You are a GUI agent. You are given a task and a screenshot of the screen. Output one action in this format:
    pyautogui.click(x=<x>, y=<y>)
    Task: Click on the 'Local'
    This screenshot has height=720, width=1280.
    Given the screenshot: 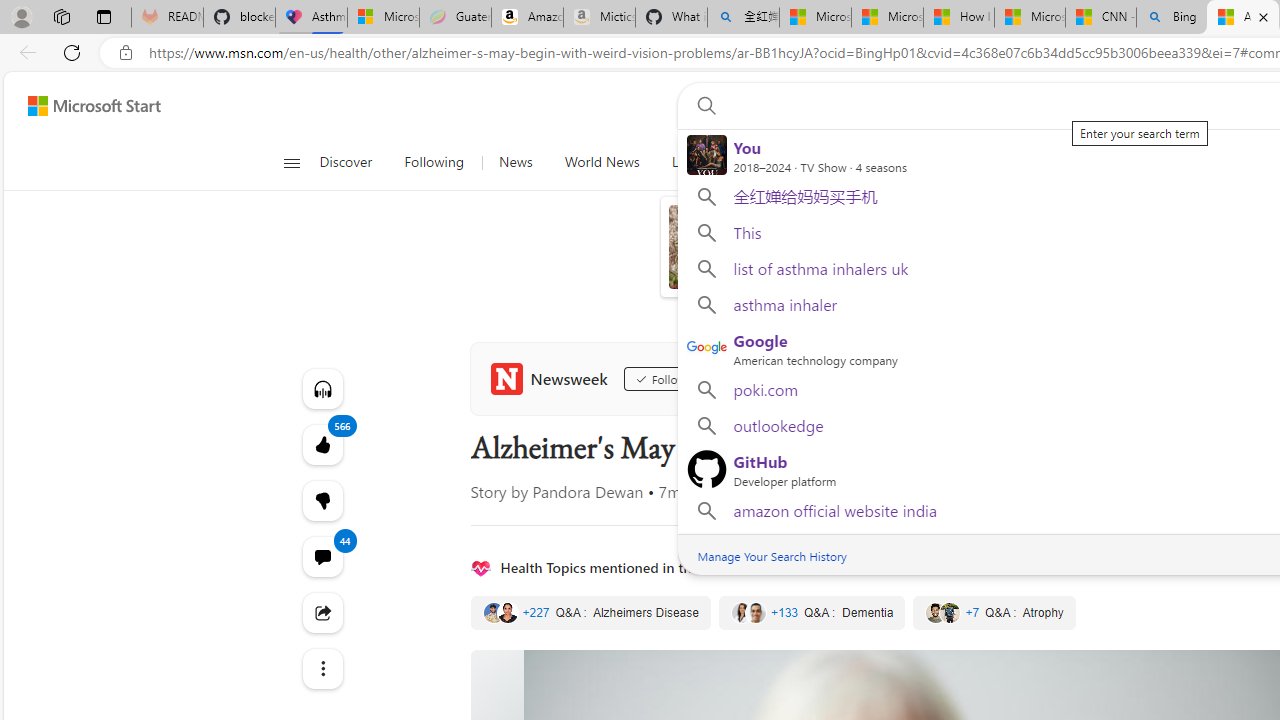 What is the action you would take?
    pyautogui.click(x=687, y=162)
    